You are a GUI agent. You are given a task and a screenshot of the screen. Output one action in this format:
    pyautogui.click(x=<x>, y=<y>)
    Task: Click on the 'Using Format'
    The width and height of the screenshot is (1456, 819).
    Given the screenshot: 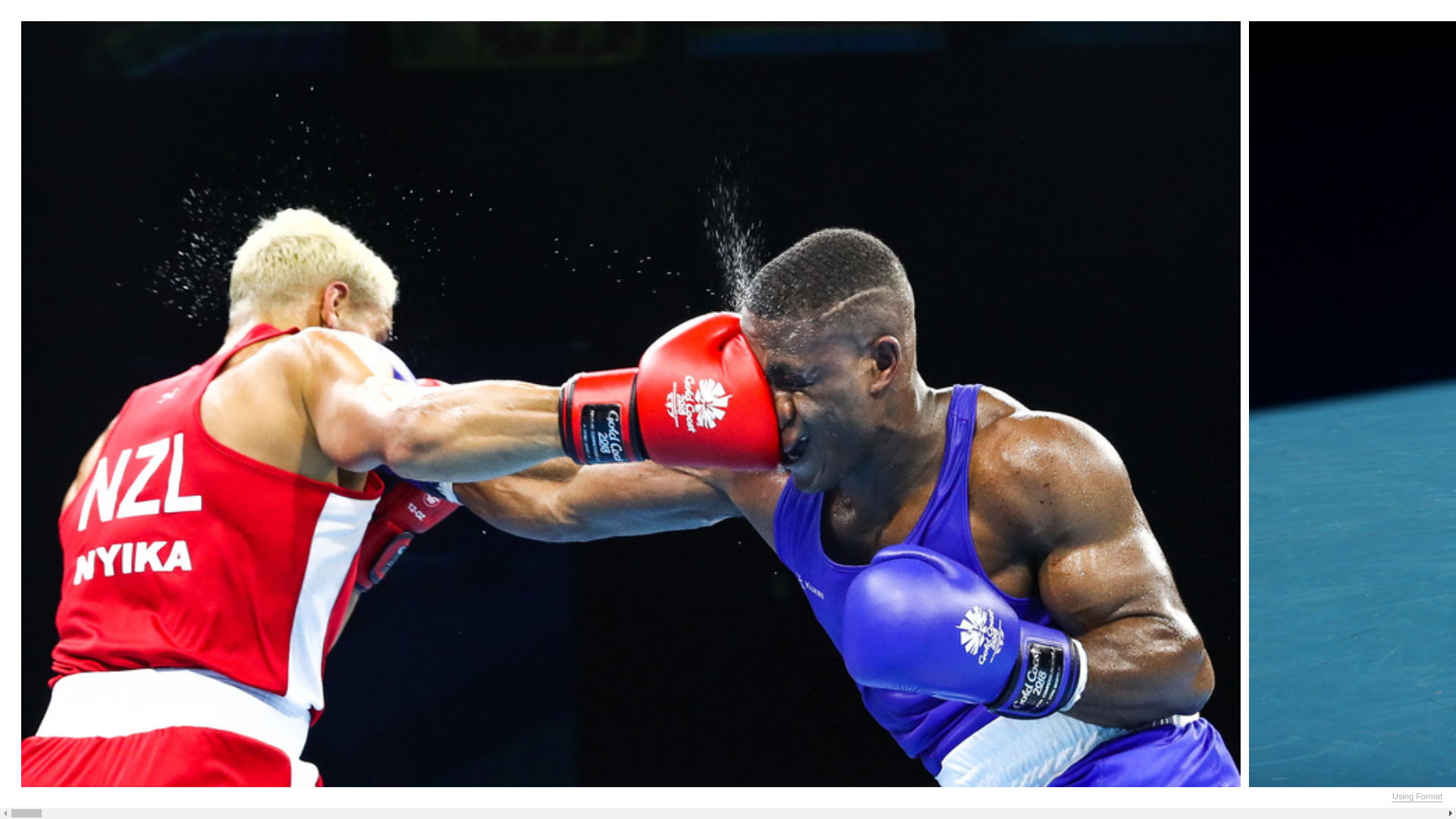 What is the action you would take?
    pyautogui.click(x=1416, y=795)
    